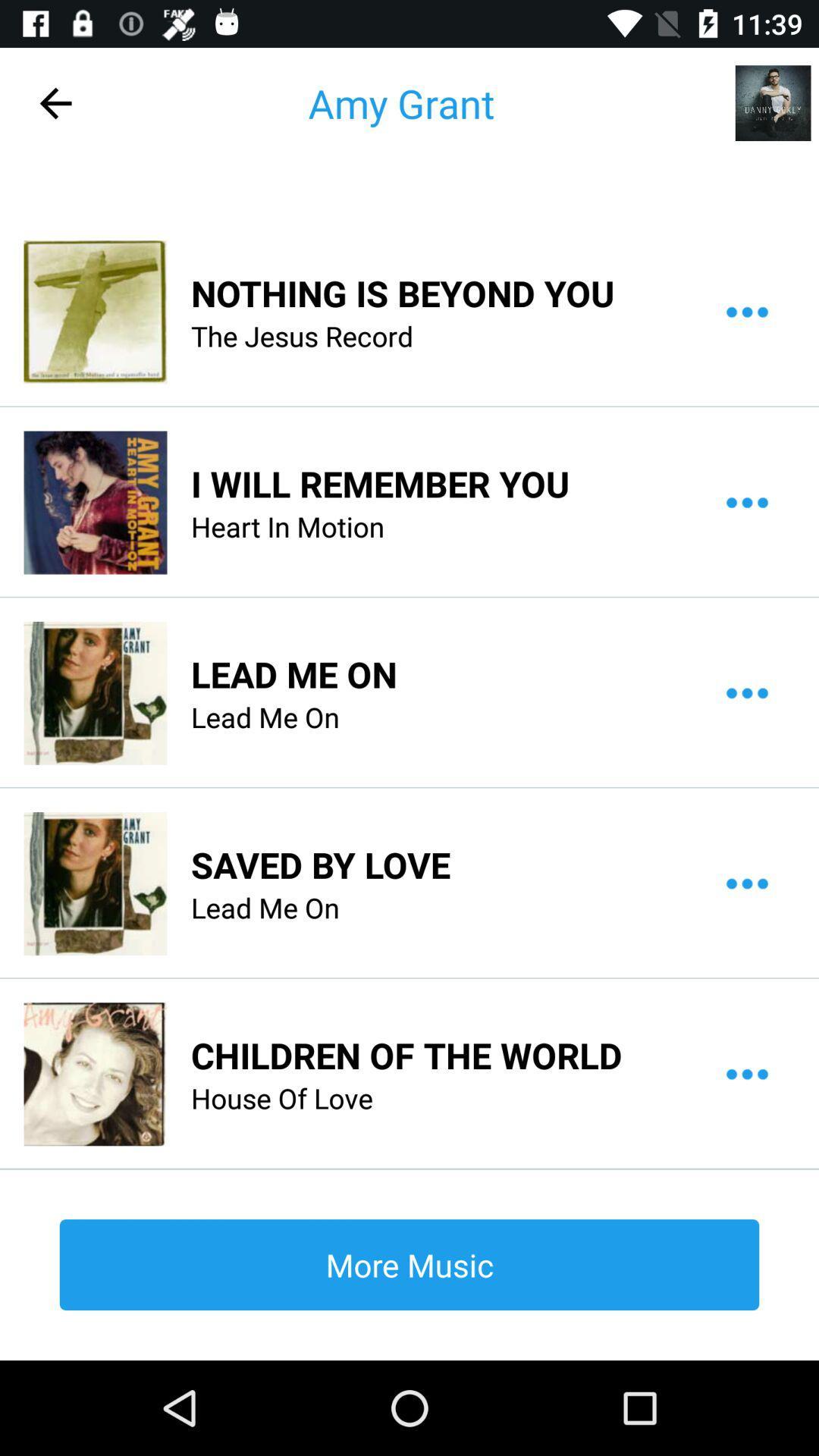 This screenshot has height=1456, width=819. I want to click on the icon below nothing is beyond, so click(302, 335).